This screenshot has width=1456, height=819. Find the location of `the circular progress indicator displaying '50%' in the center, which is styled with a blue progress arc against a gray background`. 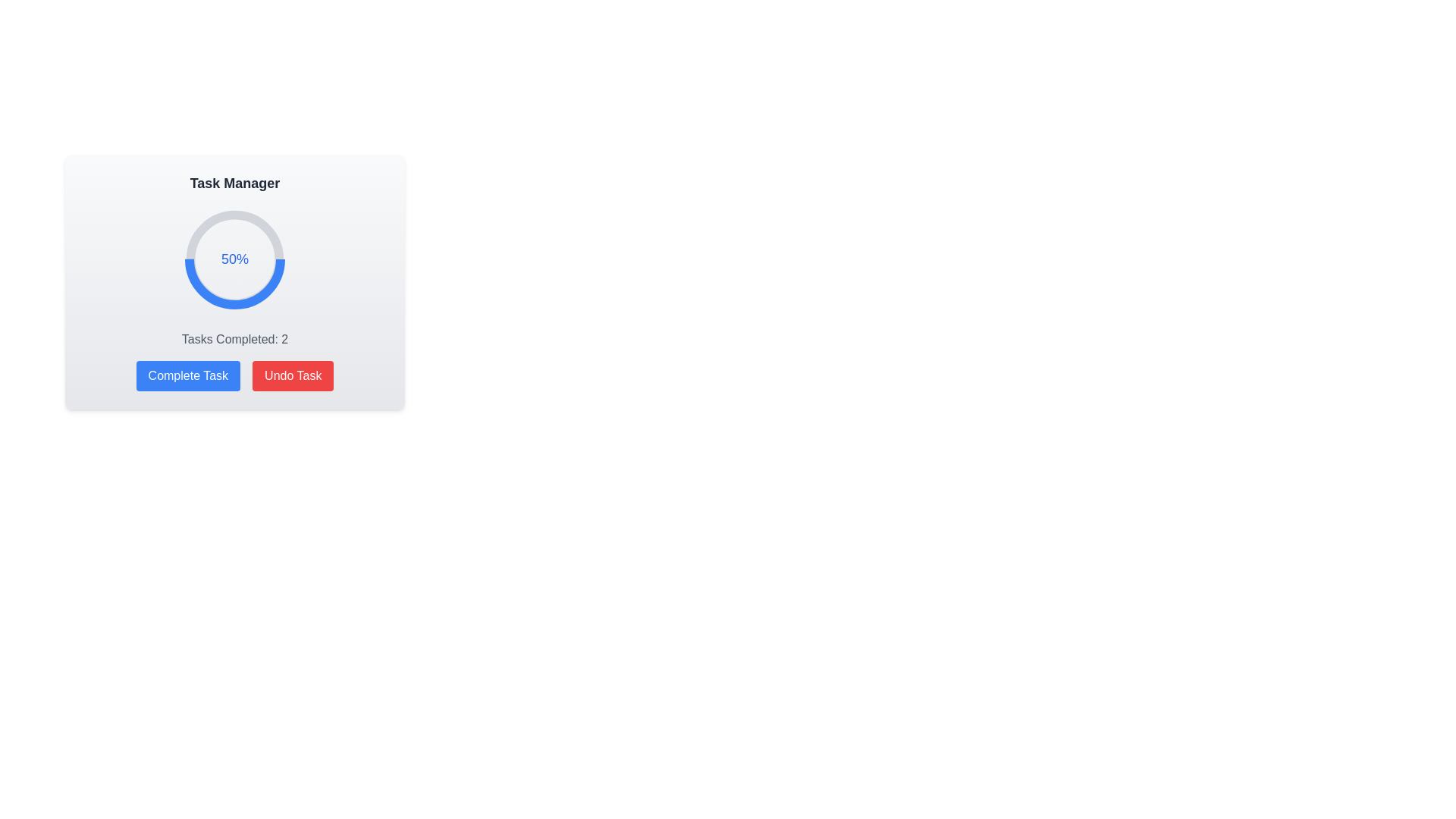

the circular progress indicator displaying '50%' in the center, which is styled with a blue progress arc against a gray background is located at coordinates (234, 281).